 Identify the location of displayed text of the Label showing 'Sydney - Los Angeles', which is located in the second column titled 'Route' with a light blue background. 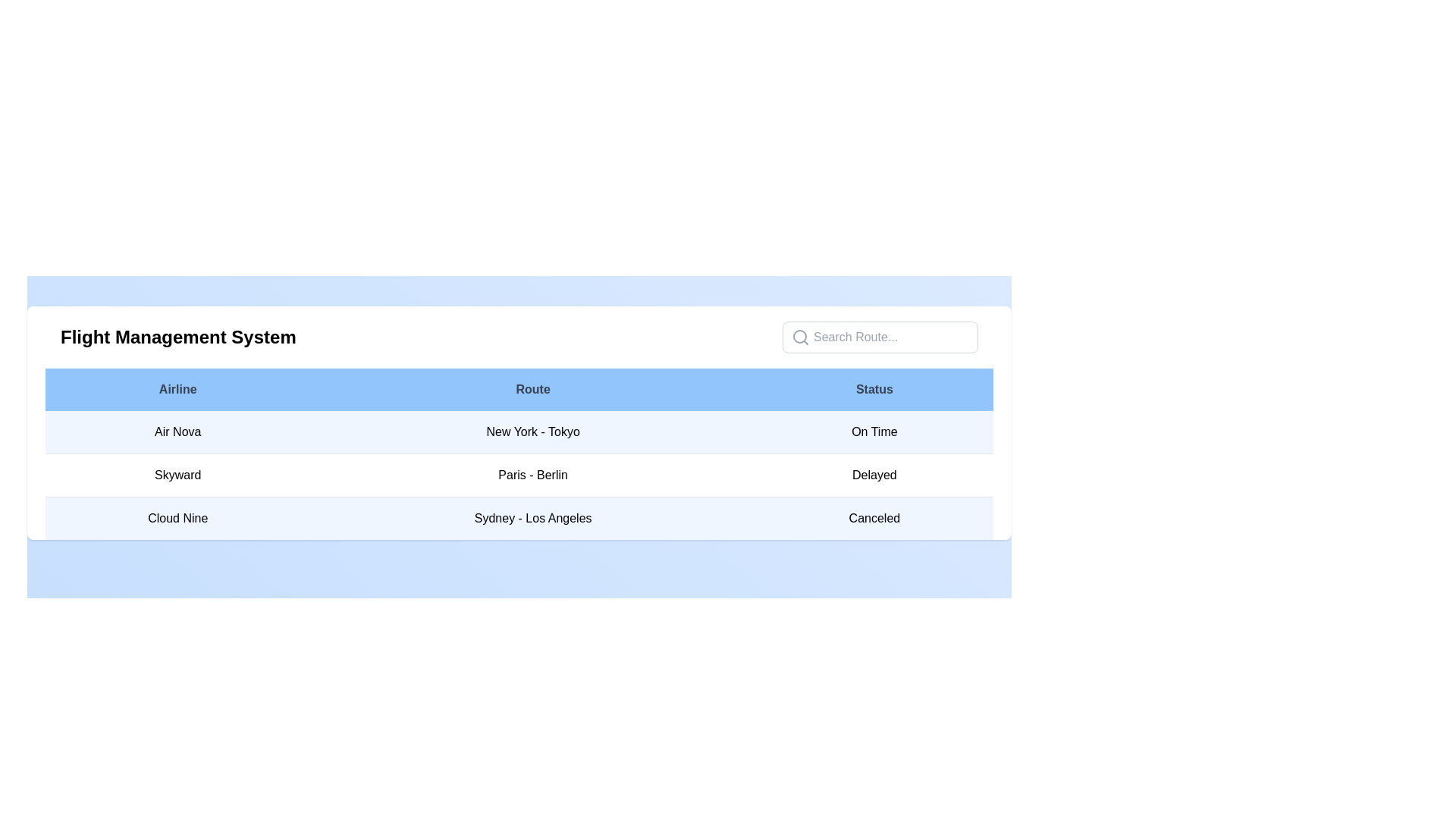
(533, 517).